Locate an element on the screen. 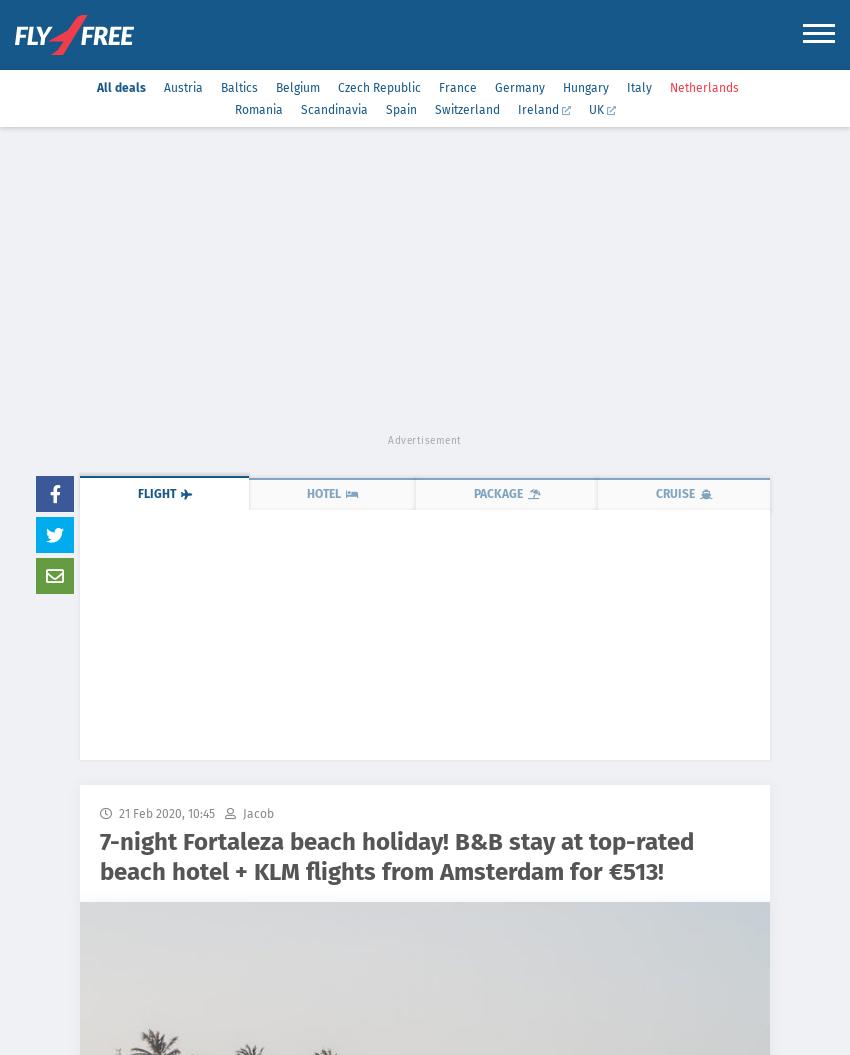  'Czech Republic' is located at coordinates (377, 86).